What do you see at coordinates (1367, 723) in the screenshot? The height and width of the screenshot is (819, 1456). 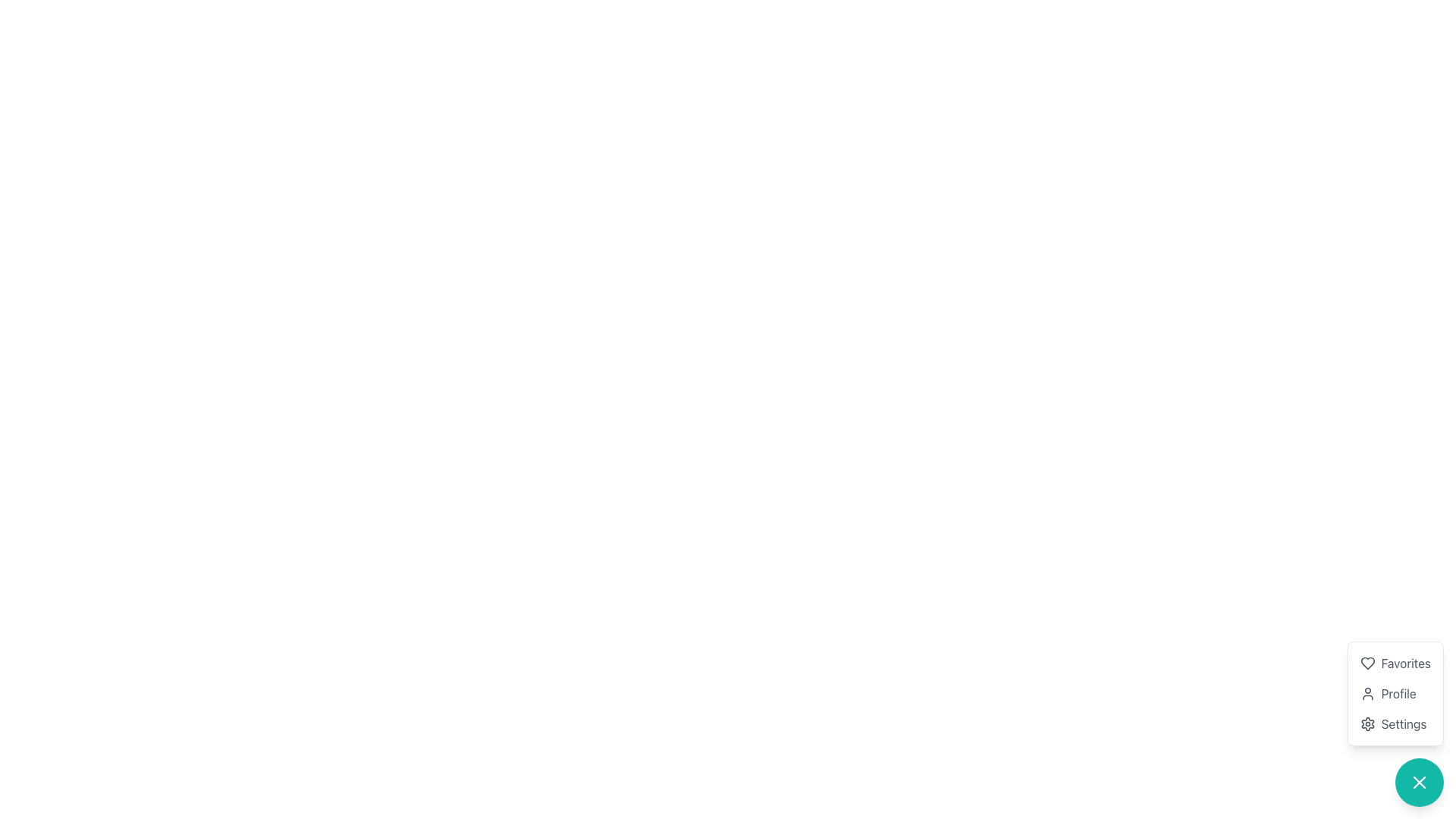 I see `the gear-shaped icon associated with settings located at the top-left of the 'Settings' option in the menu list` at bounding box center [1367, 723].